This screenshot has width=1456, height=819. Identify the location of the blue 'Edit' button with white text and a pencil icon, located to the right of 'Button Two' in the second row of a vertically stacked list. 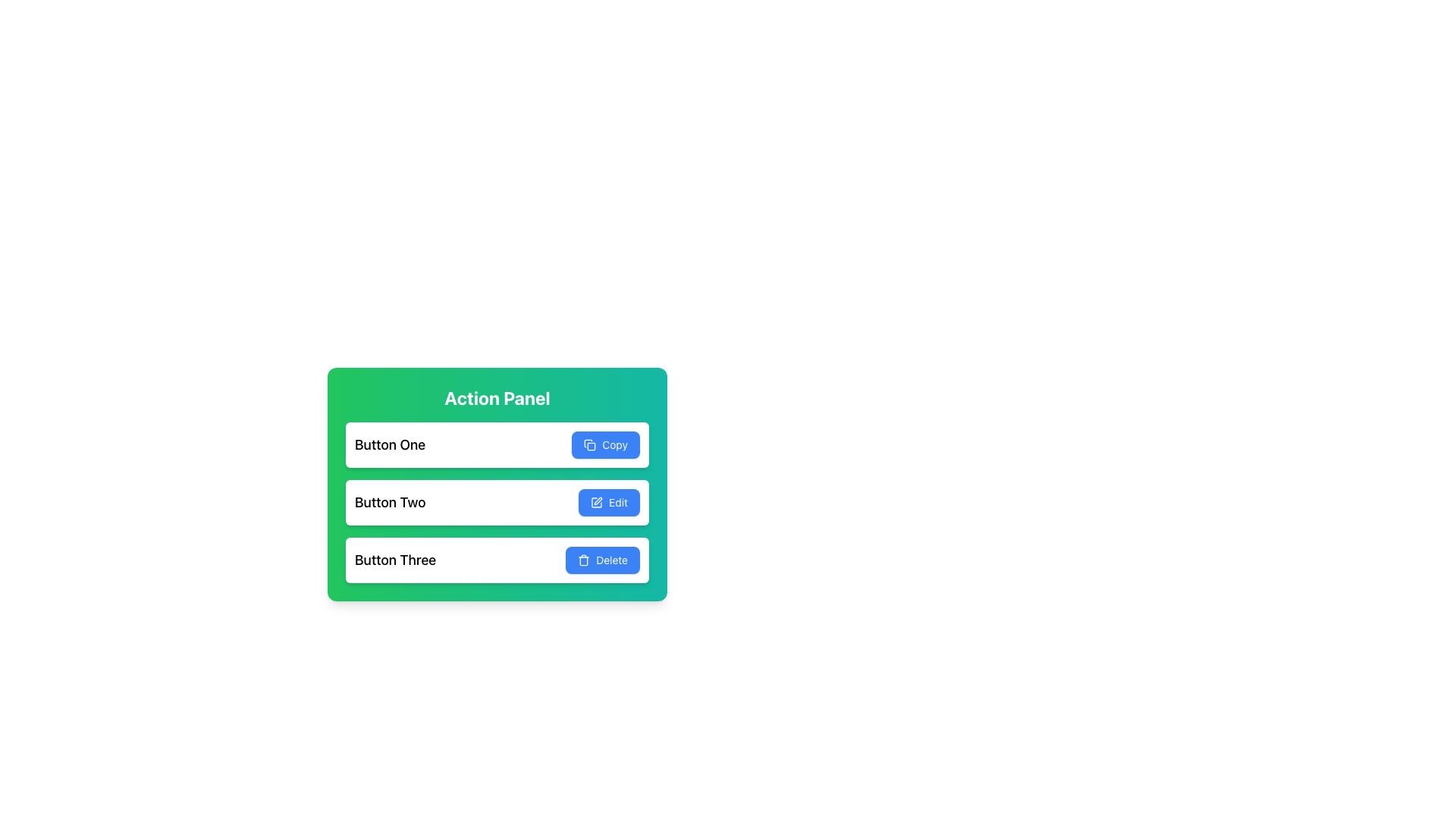
(608, 503).